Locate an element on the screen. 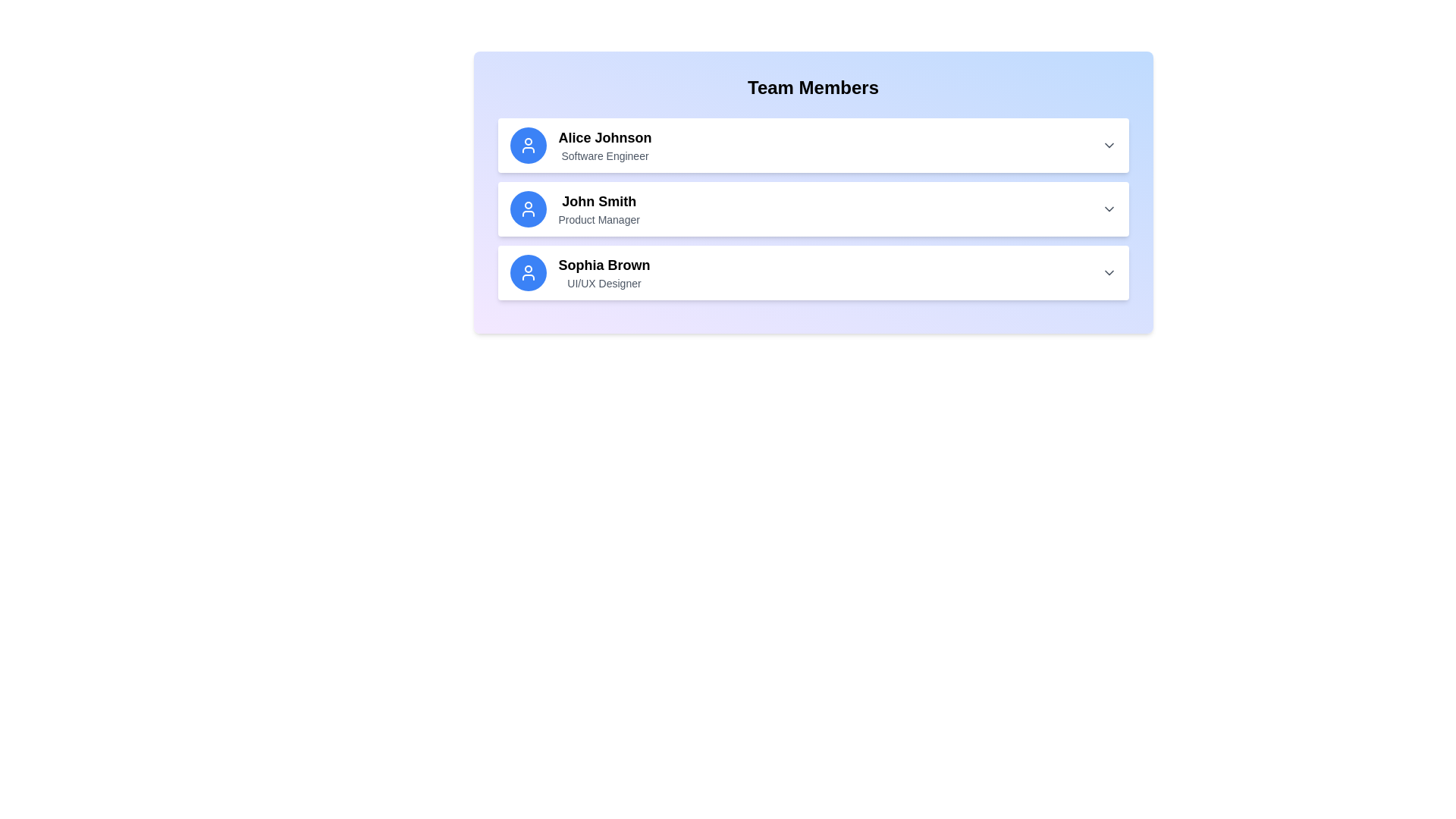 The width and height of the screenshot is (1456, 819). the appearance of the user avatar icon for 'John Smith' located in the second entry of the 'Team Members' list, next to the designation 'Product Manager.' is located at coordinates (528, 209).